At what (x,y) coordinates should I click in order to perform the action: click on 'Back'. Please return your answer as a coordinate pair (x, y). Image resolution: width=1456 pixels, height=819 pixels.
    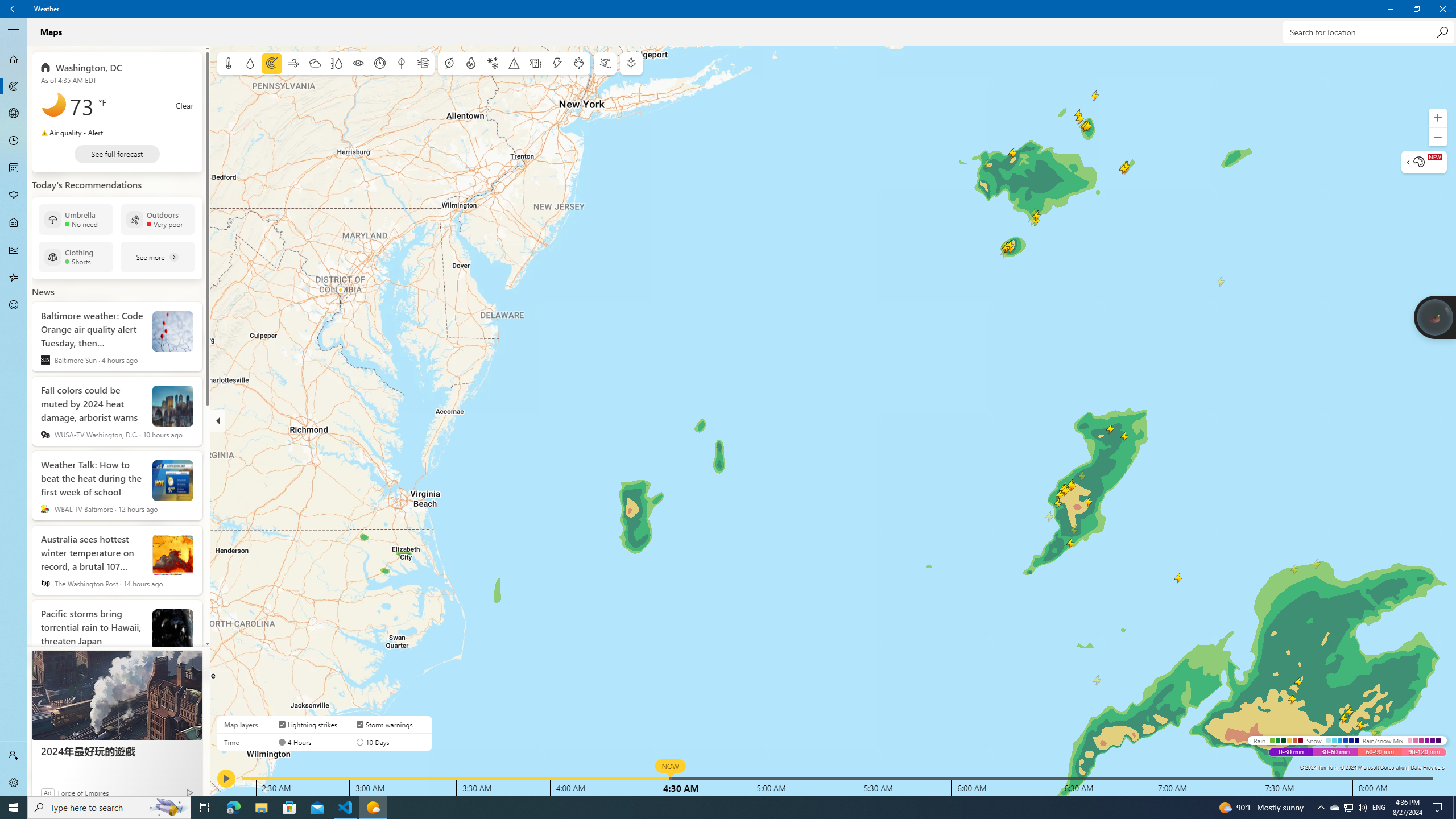
    Looking at the image, I should click on (14, 9).